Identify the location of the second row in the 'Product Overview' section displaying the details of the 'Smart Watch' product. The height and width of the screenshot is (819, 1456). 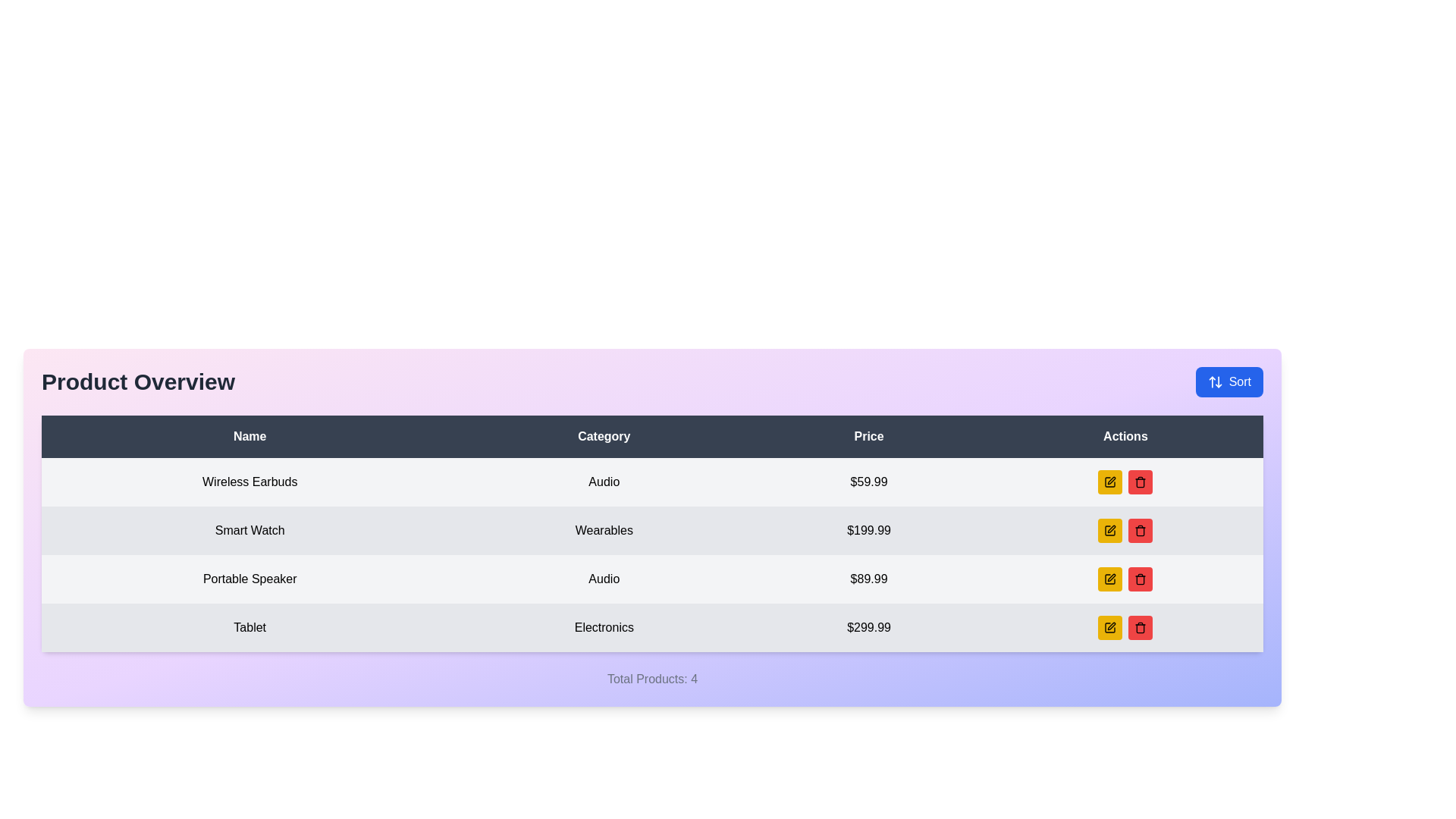
(652, 529).